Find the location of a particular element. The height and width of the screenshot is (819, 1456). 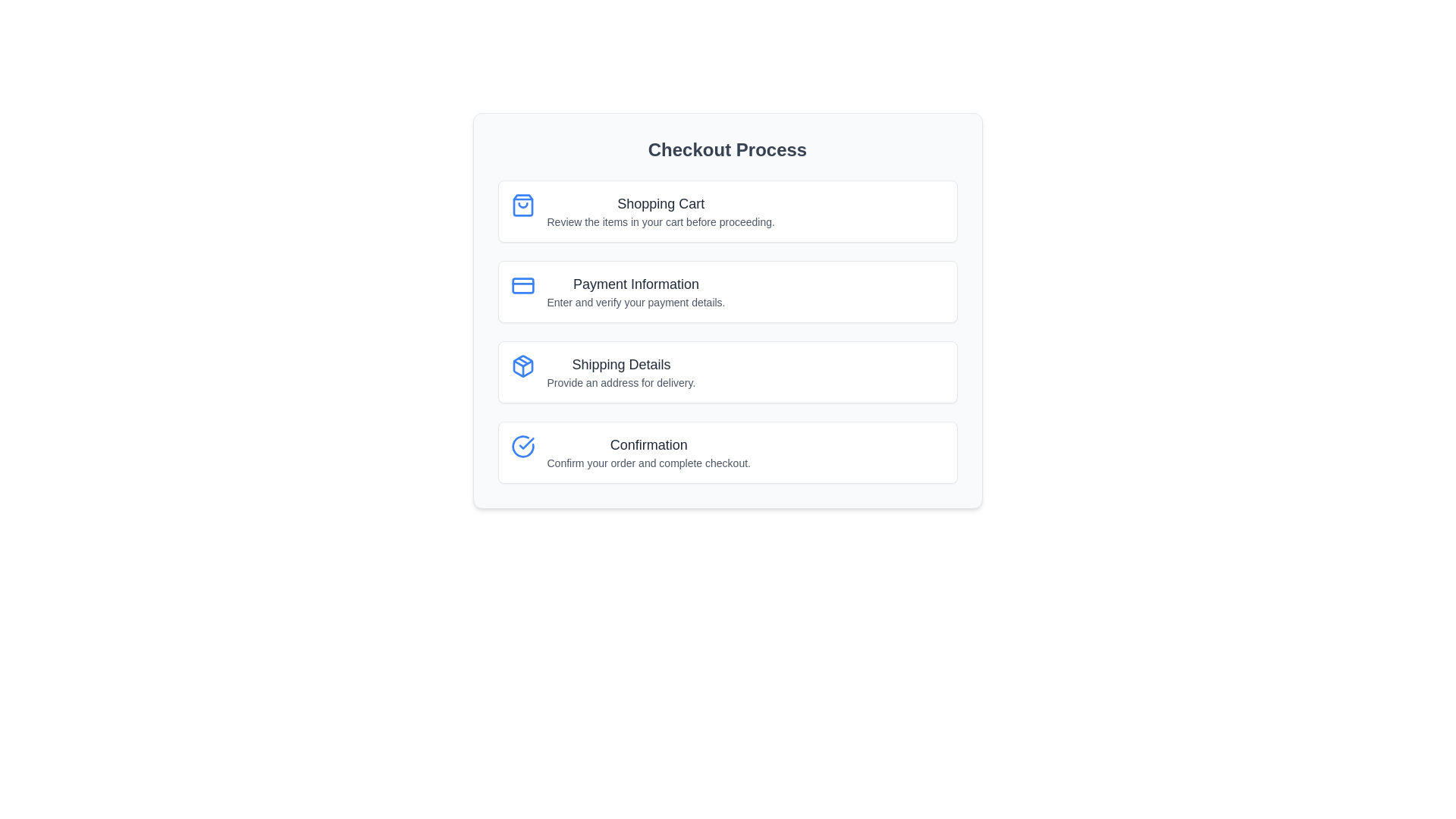

the blue circular icon with a checkmark next to the 'Confirmation' text in the 'Checkout Process' list to interact with its functionality is located at coordinates (522, 446).